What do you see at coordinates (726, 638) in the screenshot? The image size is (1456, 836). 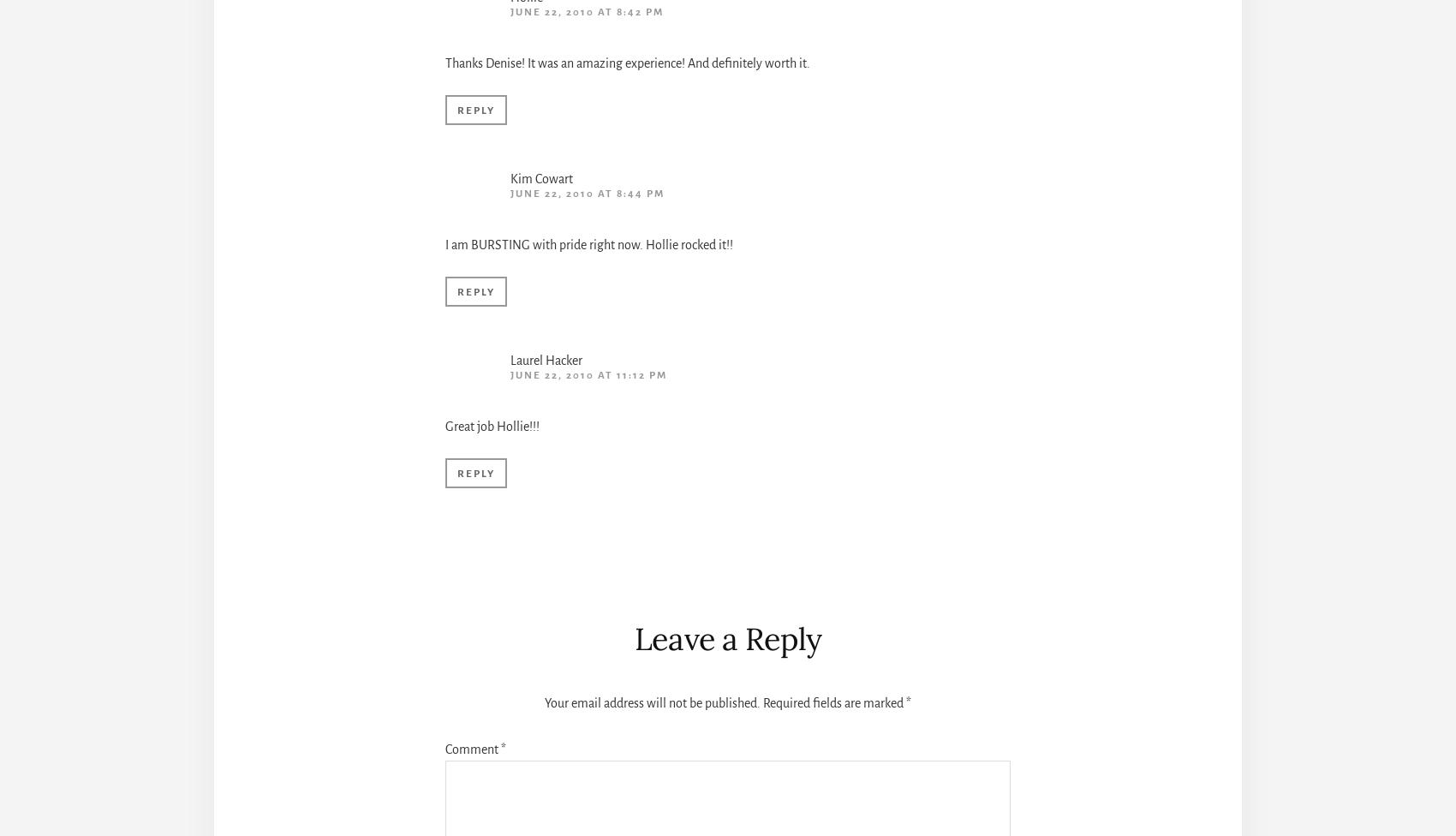 I see `'Leave a Reply'` at bounding box center [726, 638].